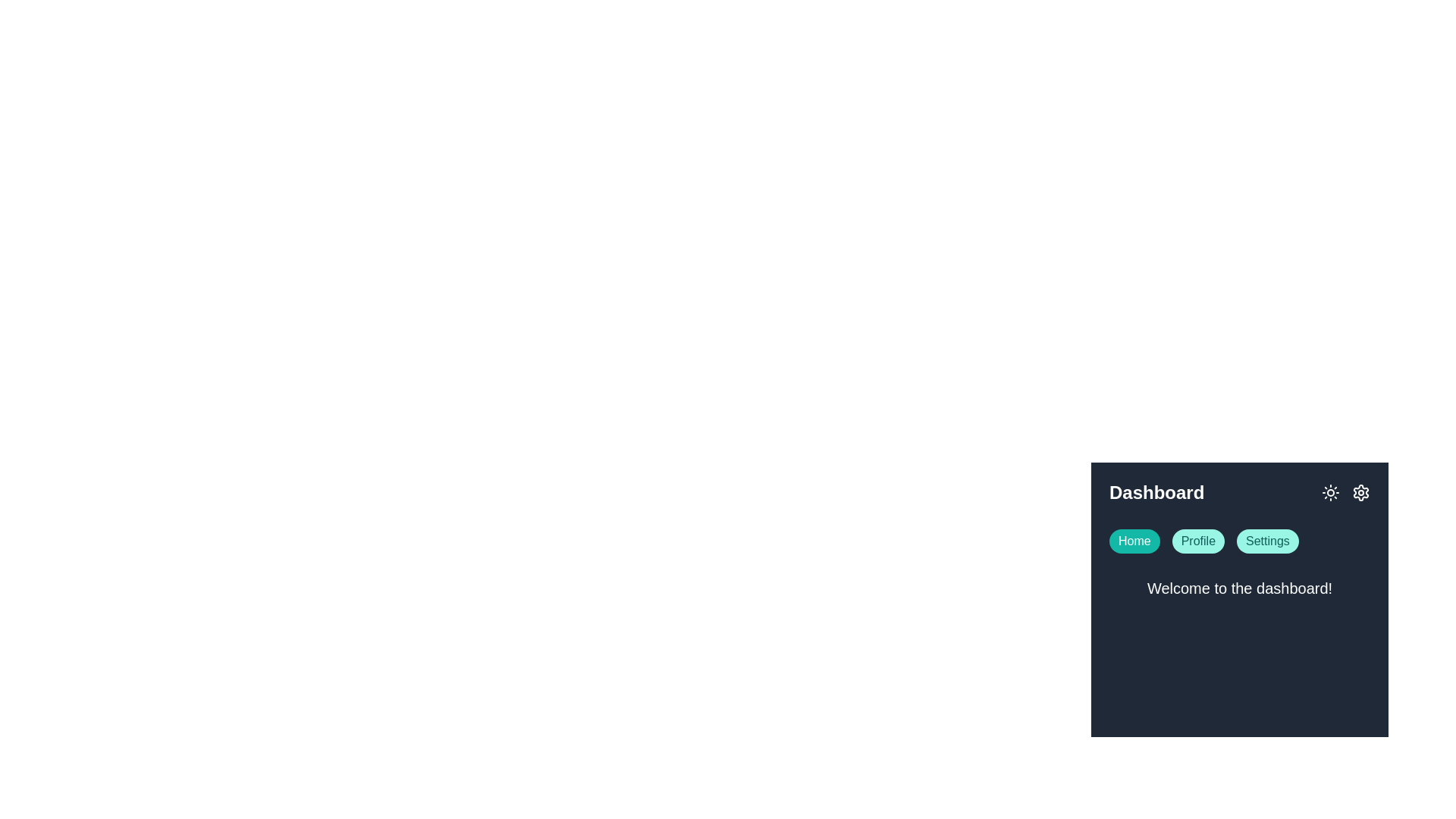 The height and width of the screenshot is (819, 1456). Describe the element at coordinates (1361, 493) in the screenshot. I see `the Icon button located in the top-right corner of the interface, which provides access to settings or configuration options` at that location.